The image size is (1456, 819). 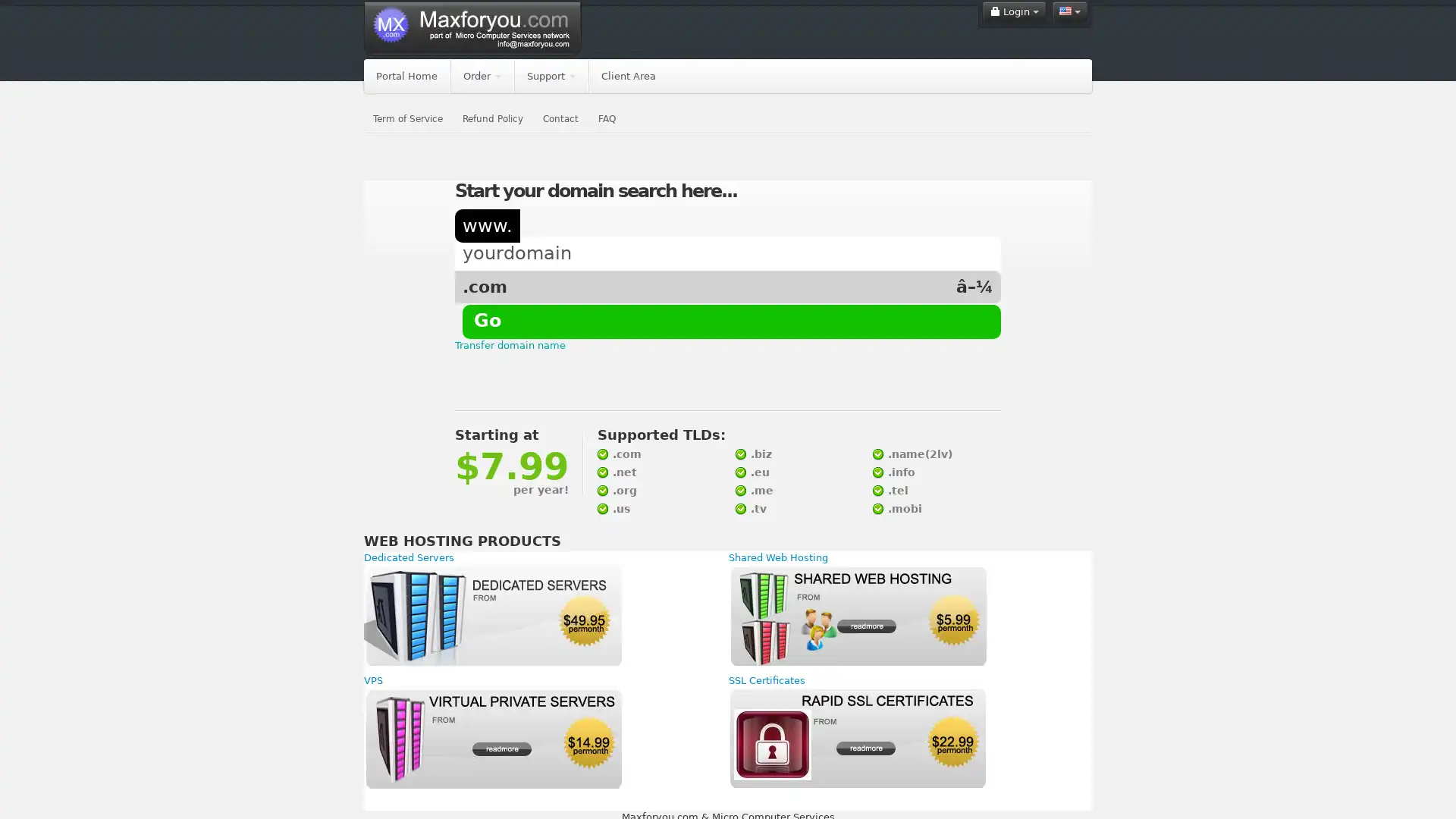 What do you see at coordinates (1069, 11) in the screenshot?
I see `English` at bounding box center [1069, 11].